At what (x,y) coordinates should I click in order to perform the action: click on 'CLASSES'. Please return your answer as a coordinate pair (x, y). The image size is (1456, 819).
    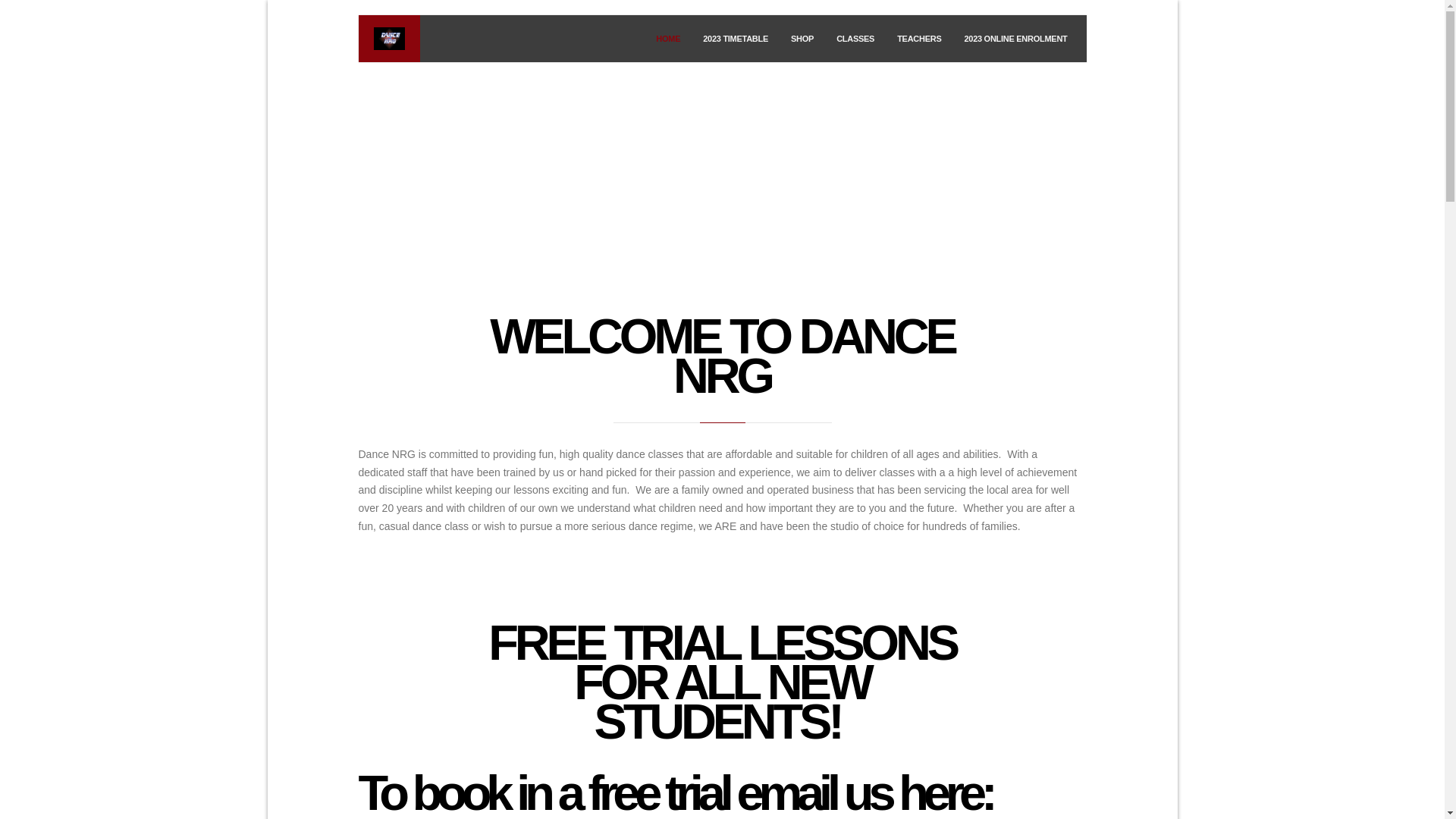
    Looking at the image, I should click on (855, 38).